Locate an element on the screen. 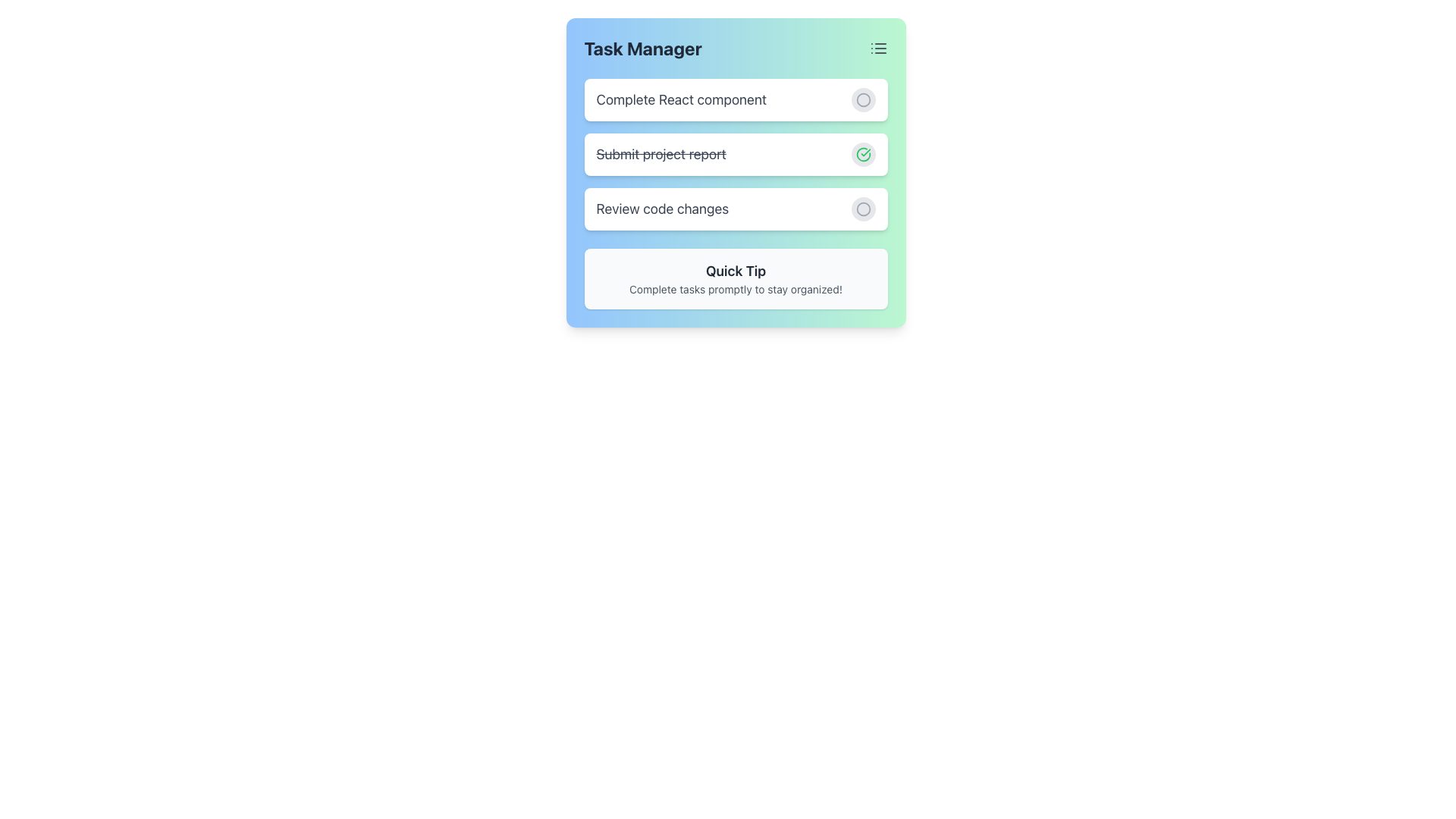 The image size is (1456, 819). the circular gray outlined icon representing an unchecked state is located at coordinates (863, 99).